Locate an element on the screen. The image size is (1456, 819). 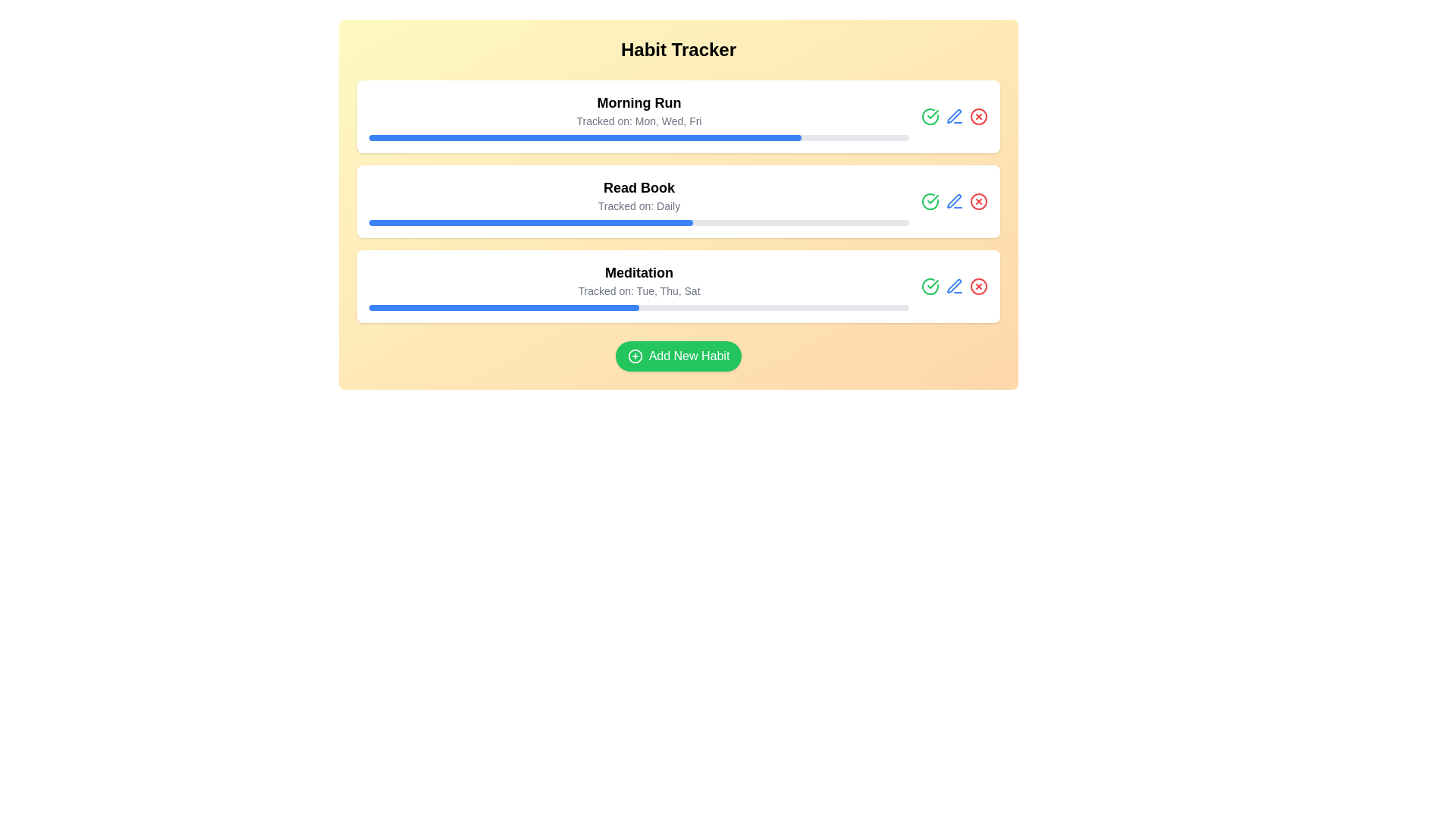
the progress bar is located at coordinates (576, 222).